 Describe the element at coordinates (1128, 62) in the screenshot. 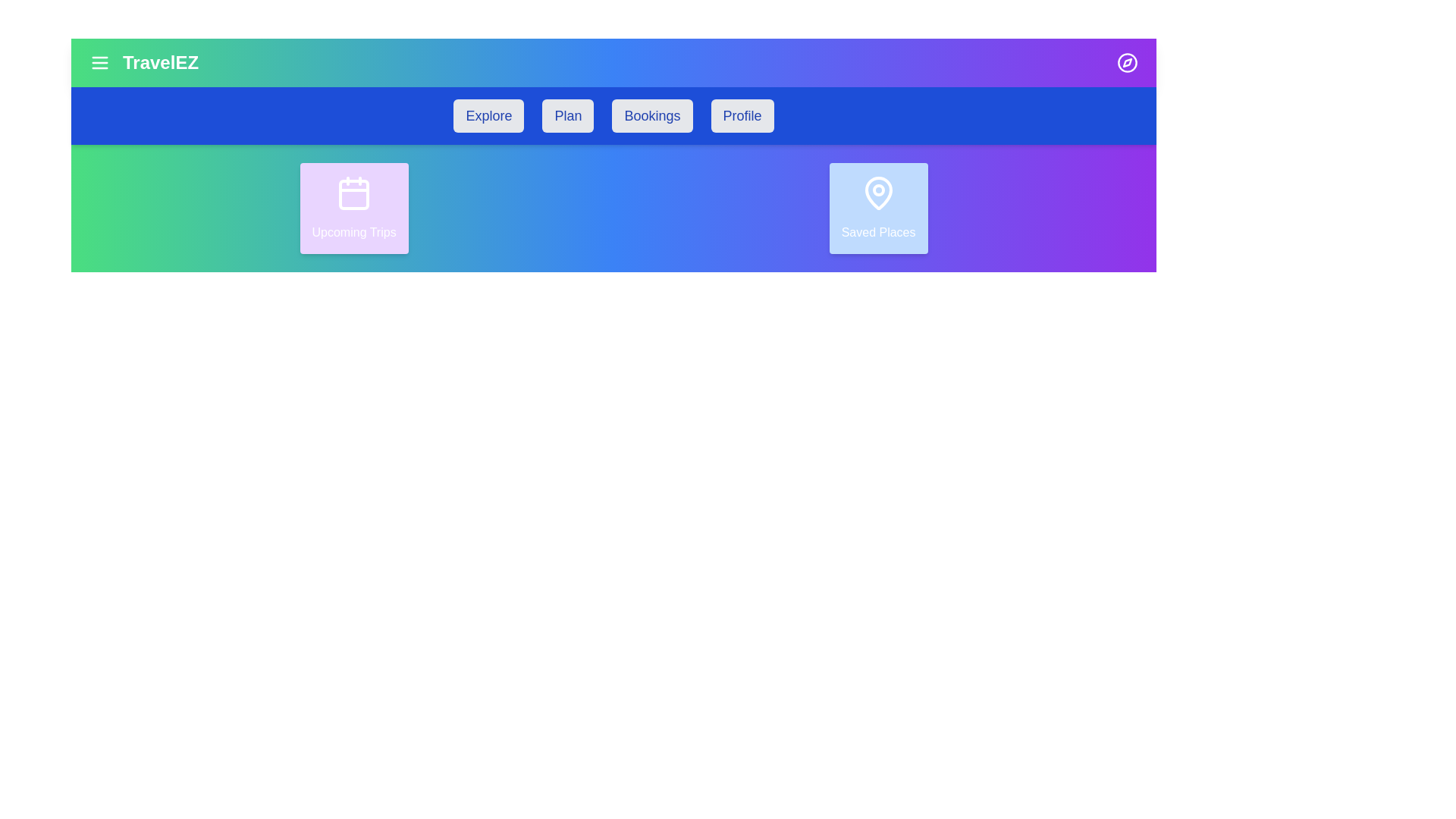

I see `the compass icon to open the compass feature` at that location.